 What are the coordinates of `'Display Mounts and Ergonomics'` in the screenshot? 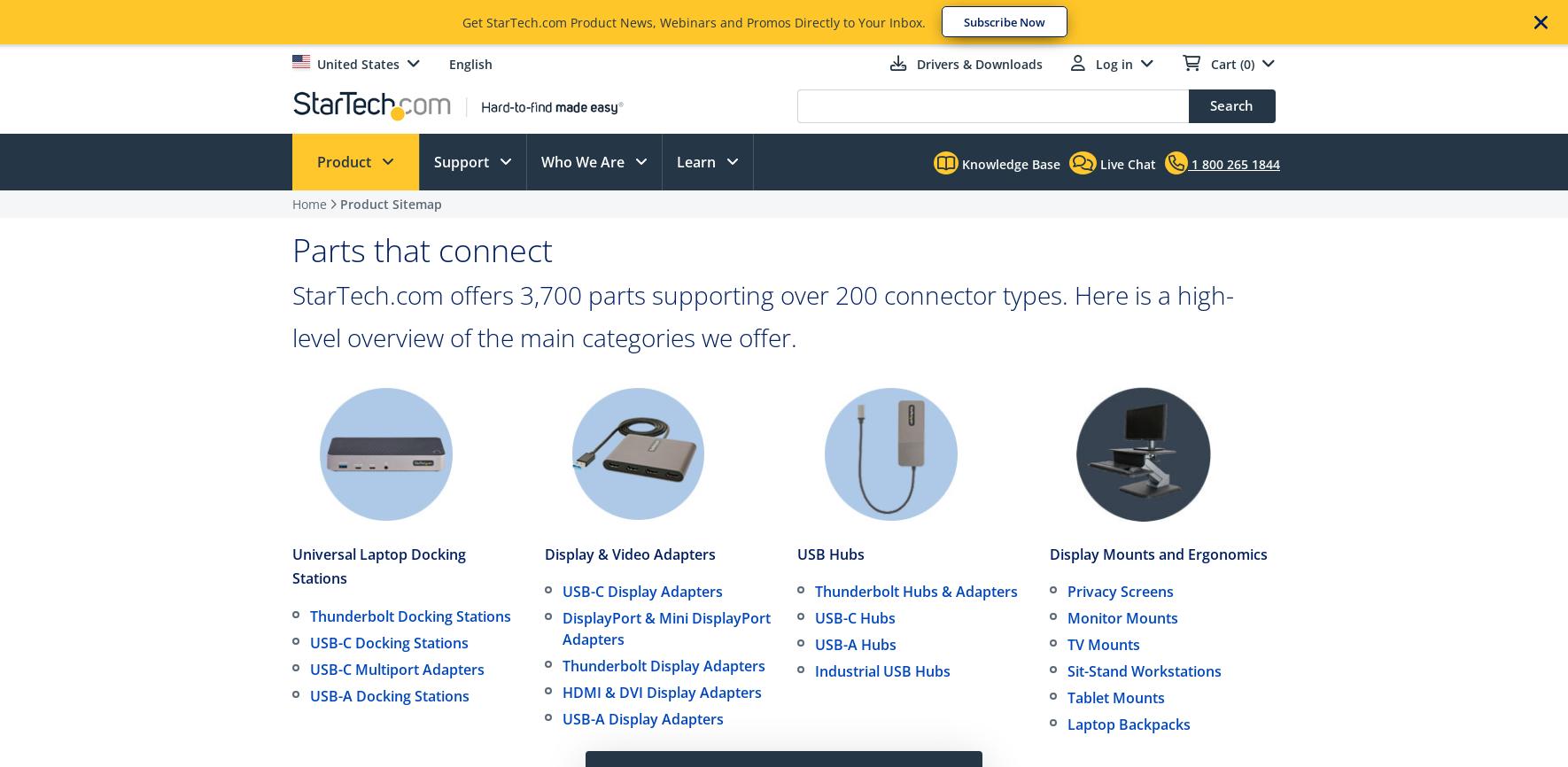 It's located at (1158, 554).